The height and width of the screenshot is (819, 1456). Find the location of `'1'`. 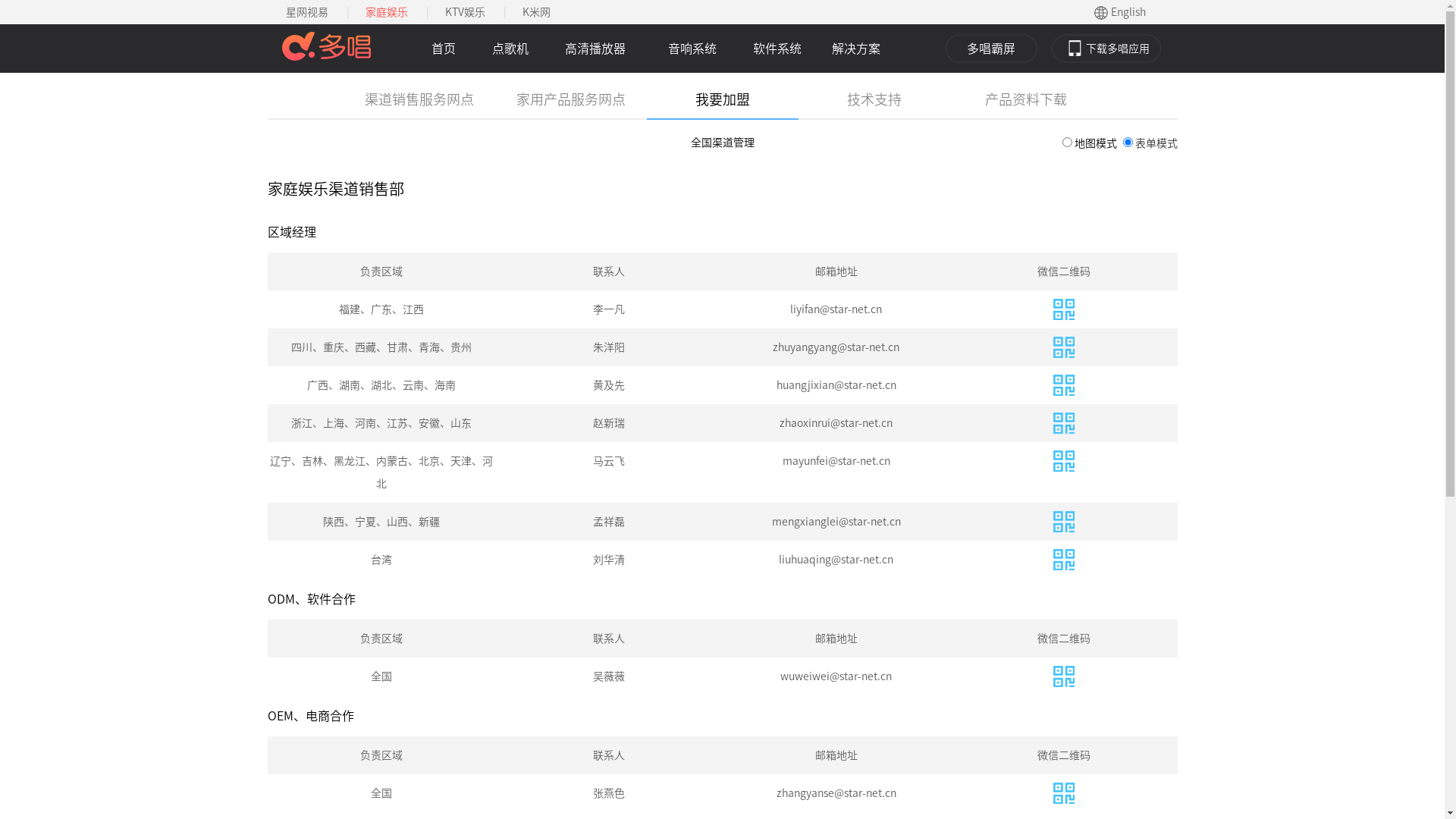

'1' is located at coordinates (1061, 142).